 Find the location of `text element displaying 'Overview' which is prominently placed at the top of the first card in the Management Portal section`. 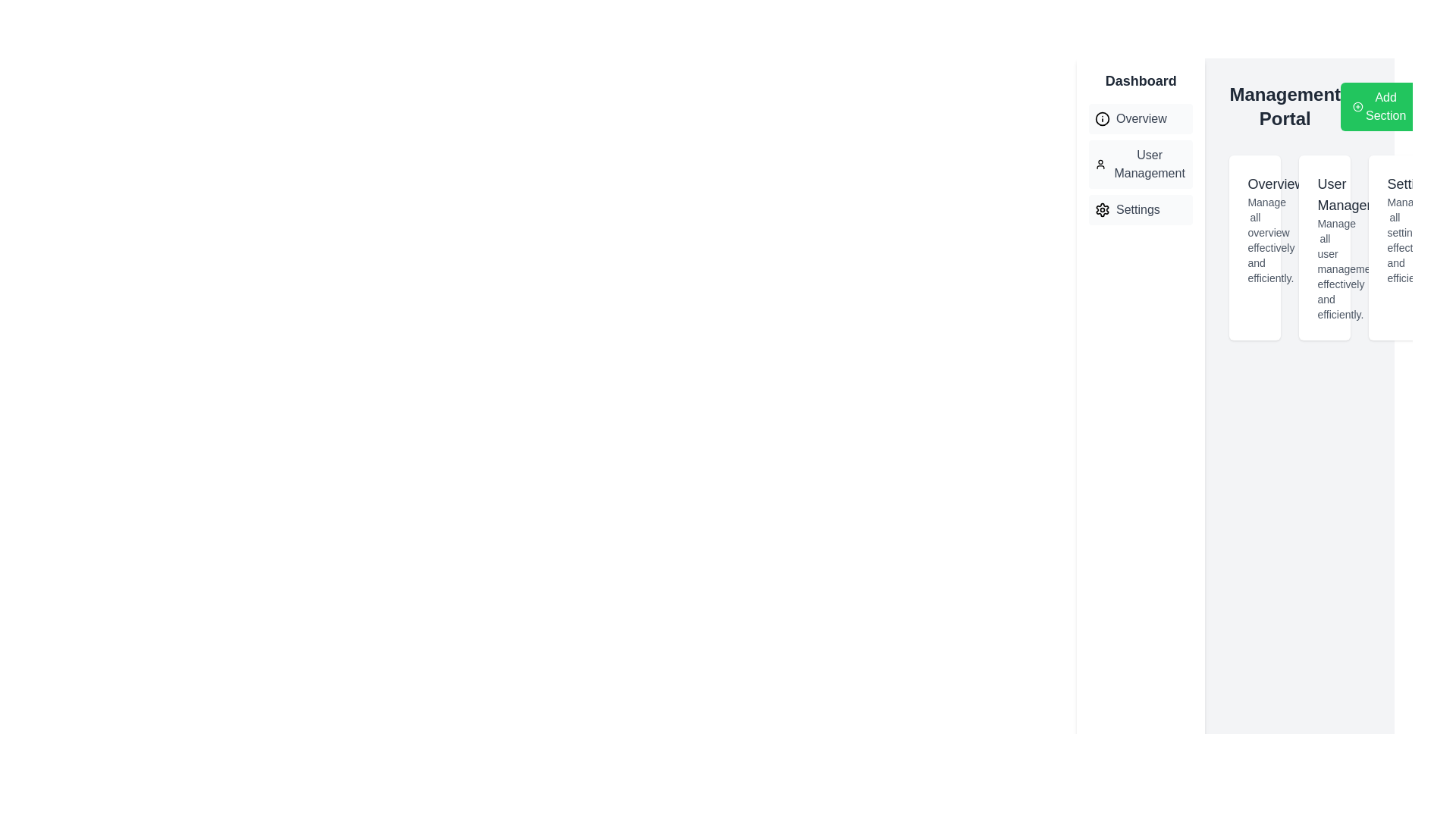

text element displaying 'Overview' which is prominently placed at the top of the first card in the Management Portal section is located at coordinates (1255, 184).